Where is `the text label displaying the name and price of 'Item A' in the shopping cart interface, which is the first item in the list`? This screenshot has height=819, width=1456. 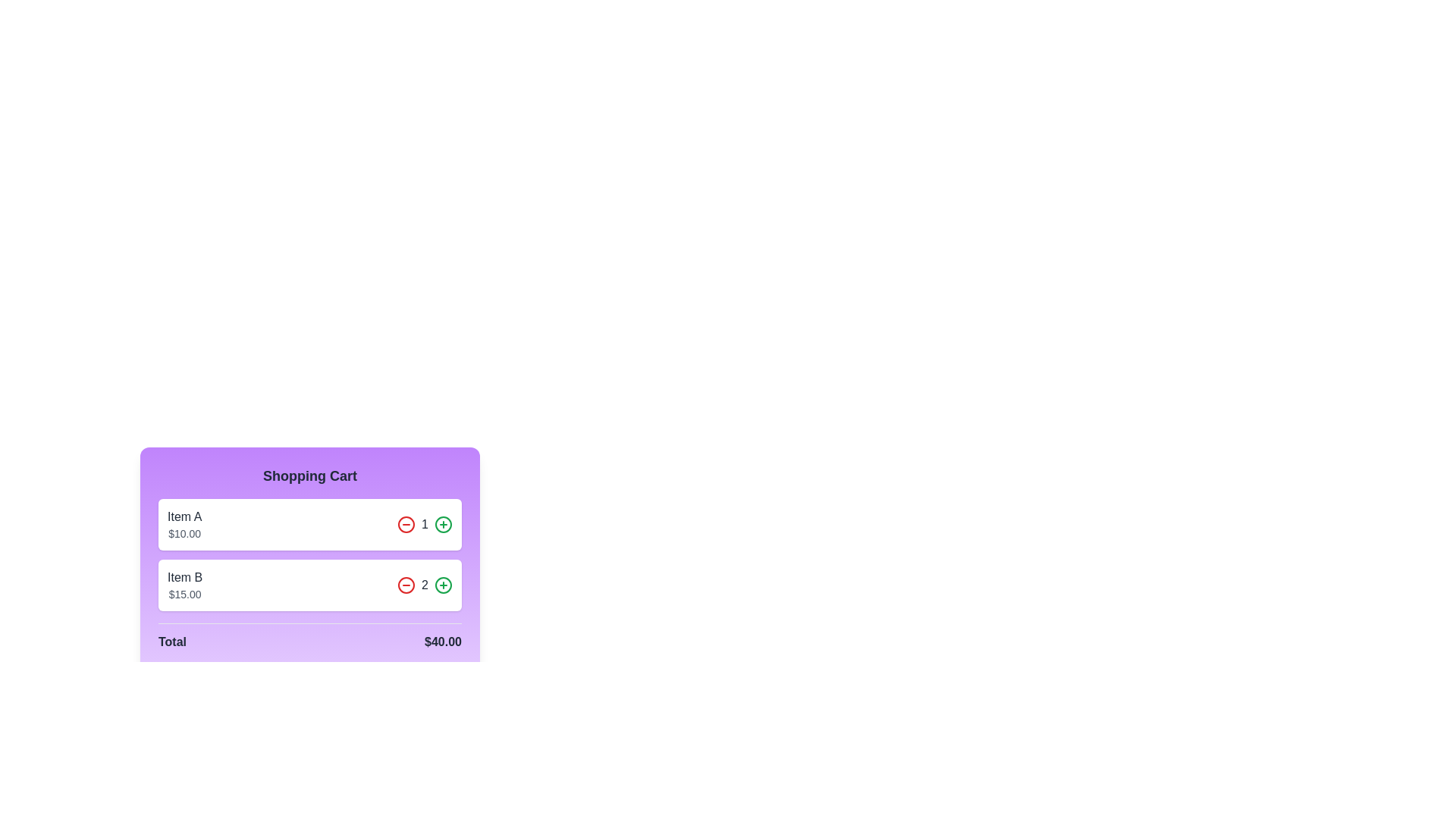
the text label displaying the name and price of 'Item A' in the shopping cart interface, which is the first item in the list is located at coordinates (184, 523).